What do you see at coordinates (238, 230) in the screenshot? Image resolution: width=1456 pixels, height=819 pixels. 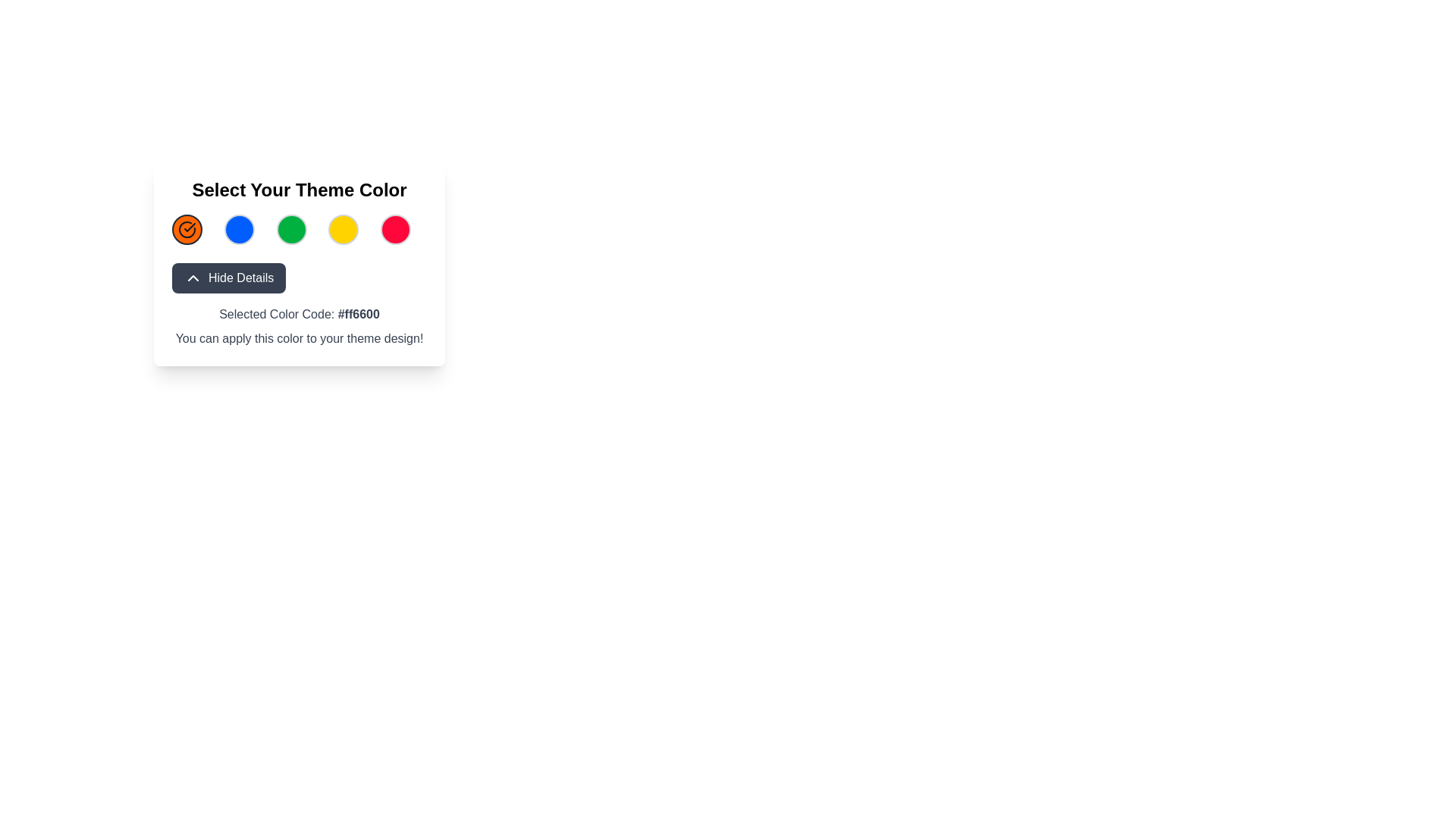 I see `the circular button with a blue background and gray border, which is the second item in a horizontal group of five buttons` at bounding box center [238, 230].